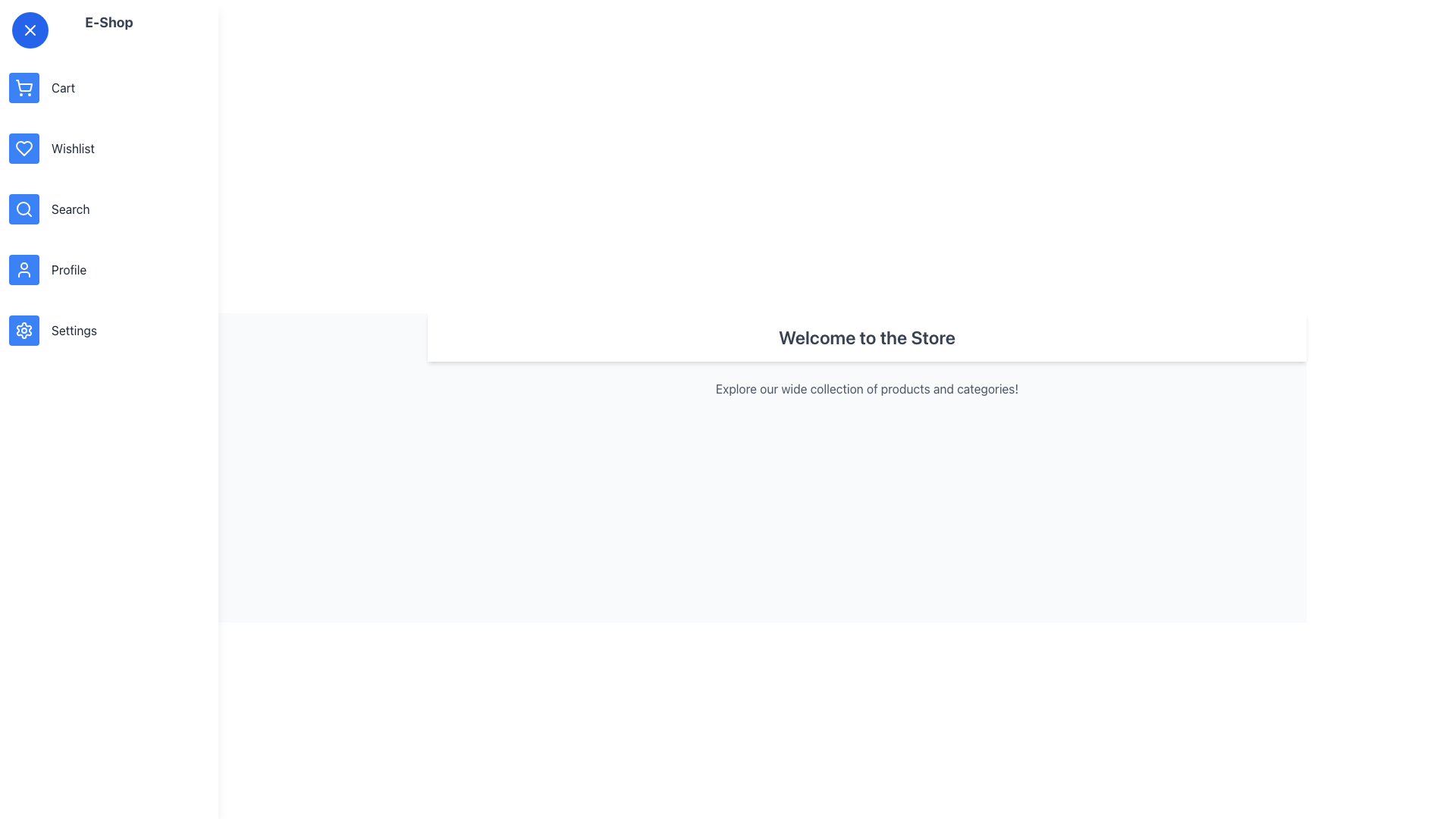 Image resolution: width=1456 pixels, height=819 pixels. What do you see at coordinates (24, 329) in the screenshot?
I see `the gear icon located in the left-hand side vertical navigation menu, which is the fifth item associated with the 'Settings' label` at bounding box center [24, 329].